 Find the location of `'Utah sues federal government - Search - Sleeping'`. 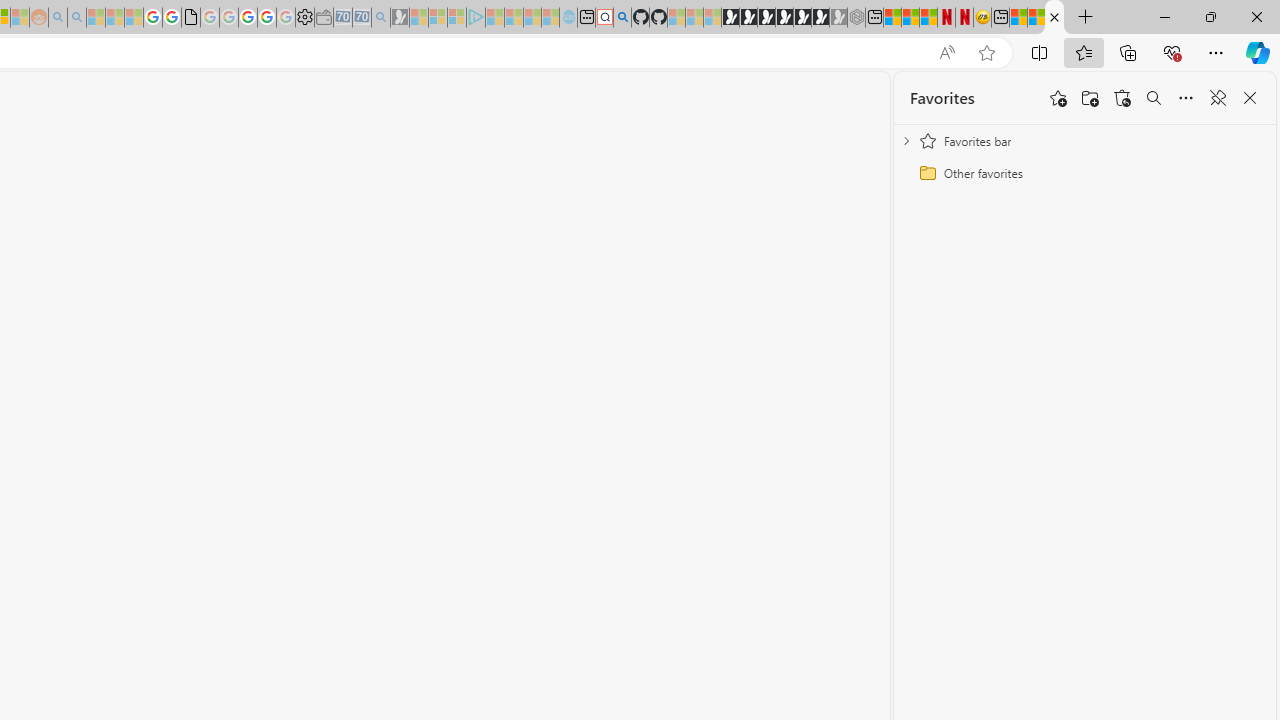

'Utah sues federal government - Search - Sleeping' is located at coordinates (76, 17).